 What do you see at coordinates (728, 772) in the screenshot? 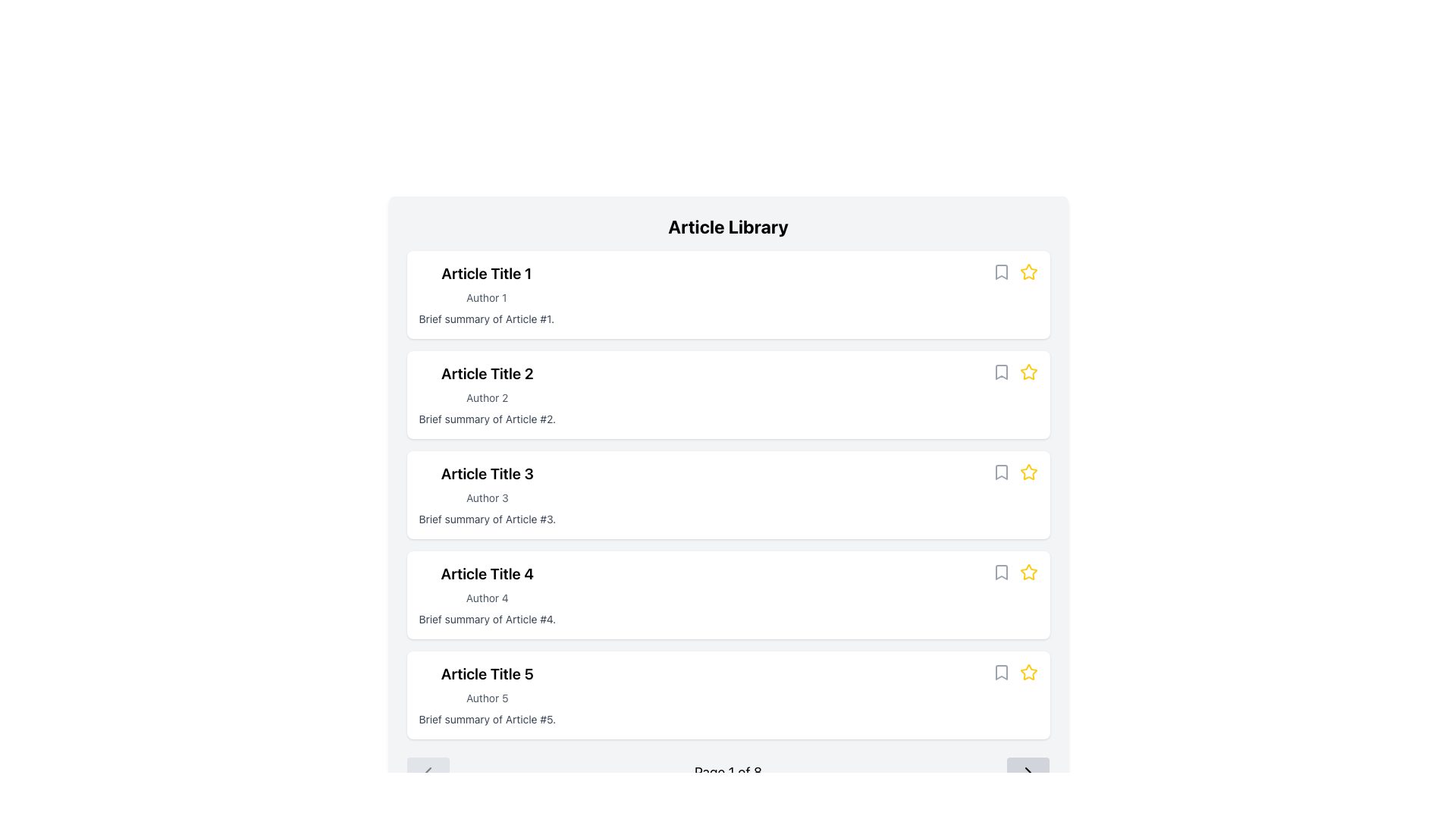
I see `text from the page information indicator located at the lower part of the 'Article Library' section, which shows the current page number and total available pages` at bounding box center [728, 772].